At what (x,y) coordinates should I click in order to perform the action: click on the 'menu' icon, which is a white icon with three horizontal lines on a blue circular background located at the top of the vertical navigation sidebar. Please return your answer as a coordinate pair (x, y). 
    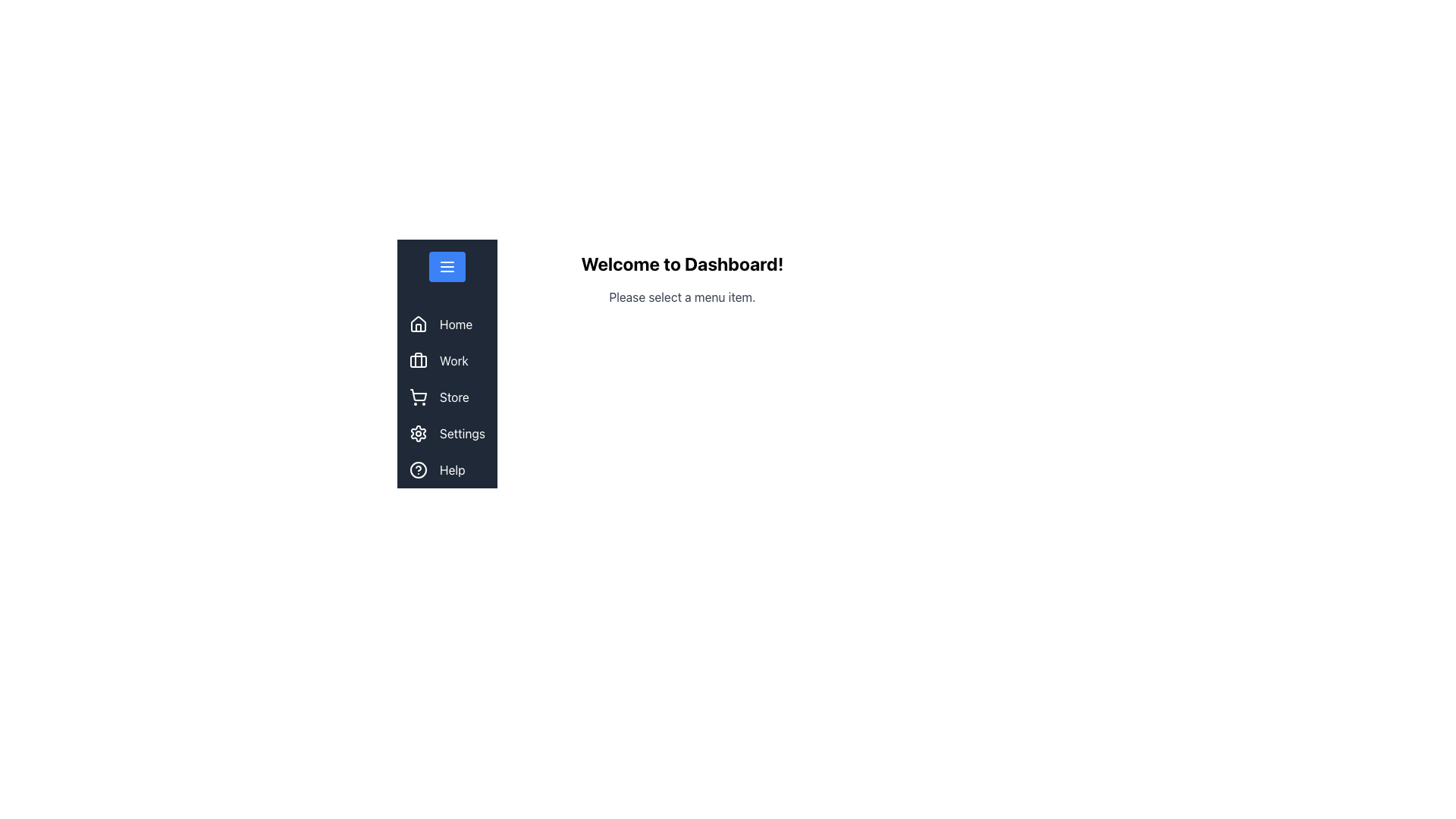
    Looking at the image, I should click on (447, 265).